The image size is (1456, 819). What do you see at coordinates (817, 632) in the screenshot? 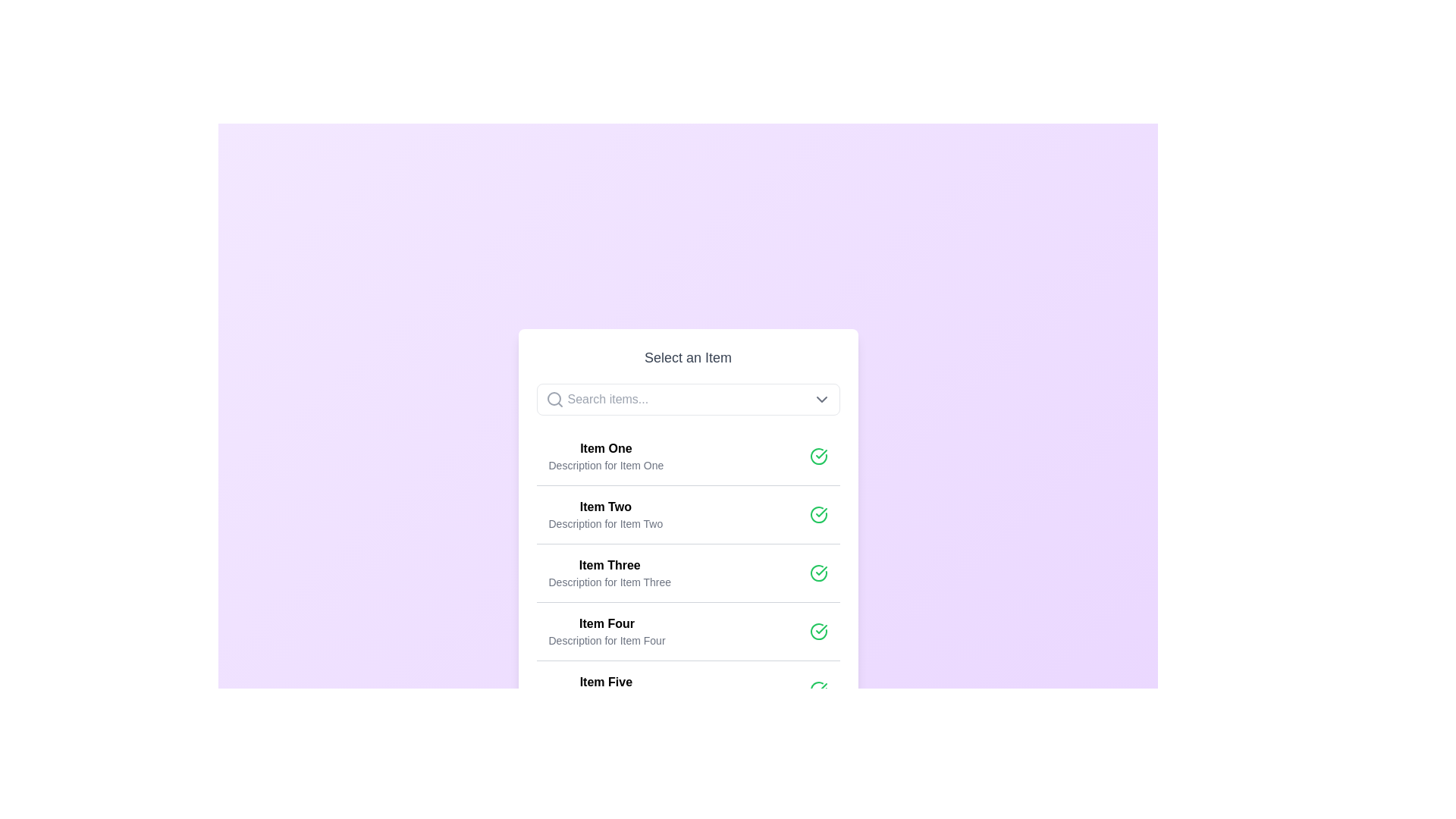
I see `the state represented by the circular green check mark icon located to the far right of the fourth list item labeled 'Item Four'` at bounding box center [817, 632].